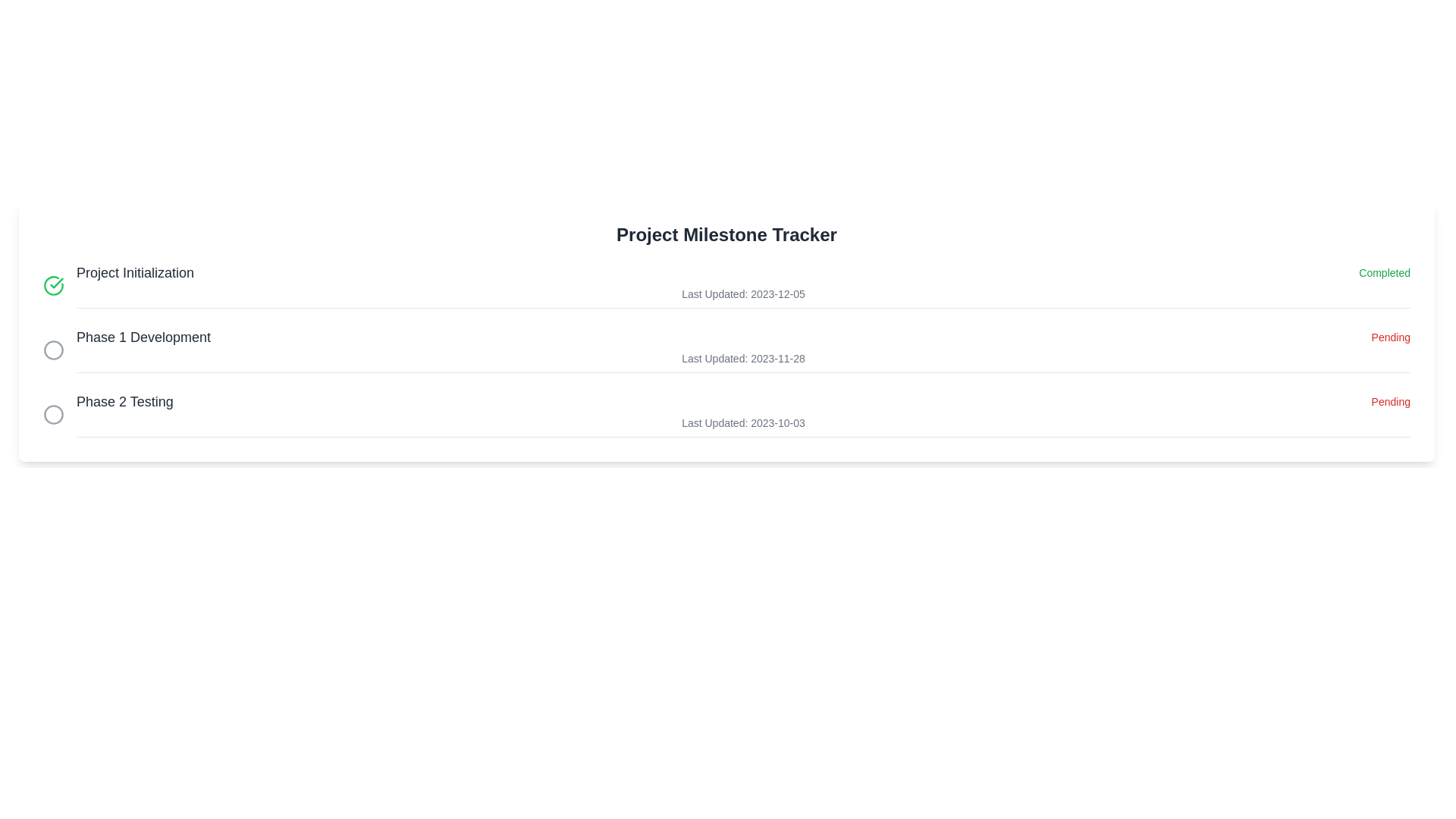 The height and width of the screenshot is (819, 1456). I want to click on the static informational display element that presents the project phase's name, current status, and last update date, located between 'Project Initialization' and 'Phase 2 Testing', so click(743, 350).